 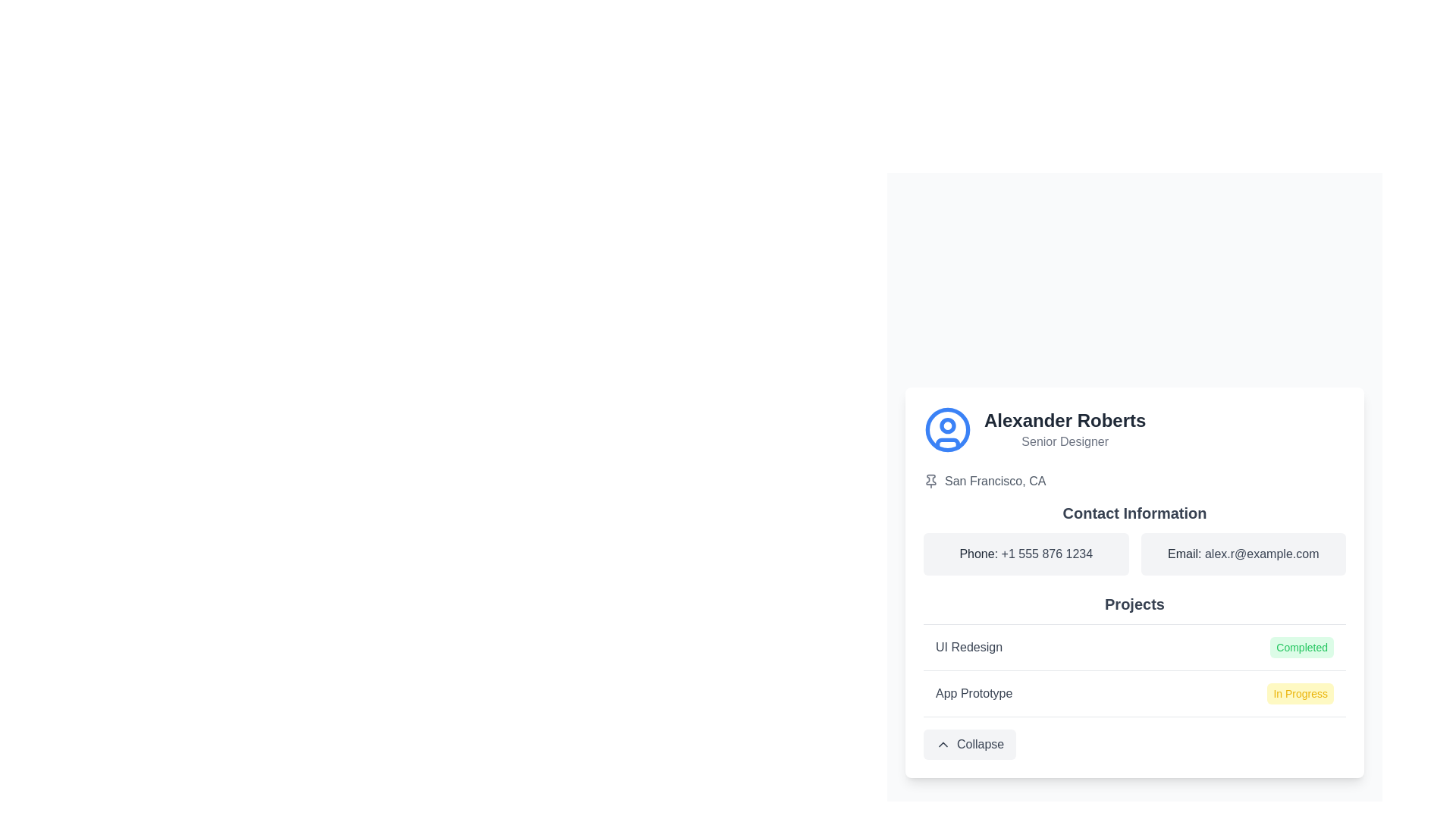 What do you see at coordinates (1134, 646) in the screenshot?
I see `the project status entry labeled 'UI Redesign' that displays its completion status as 'Completed', which is the first entry under the 'Projects' section, to interact with adjacent projects` at bounding box center [1134, 646].